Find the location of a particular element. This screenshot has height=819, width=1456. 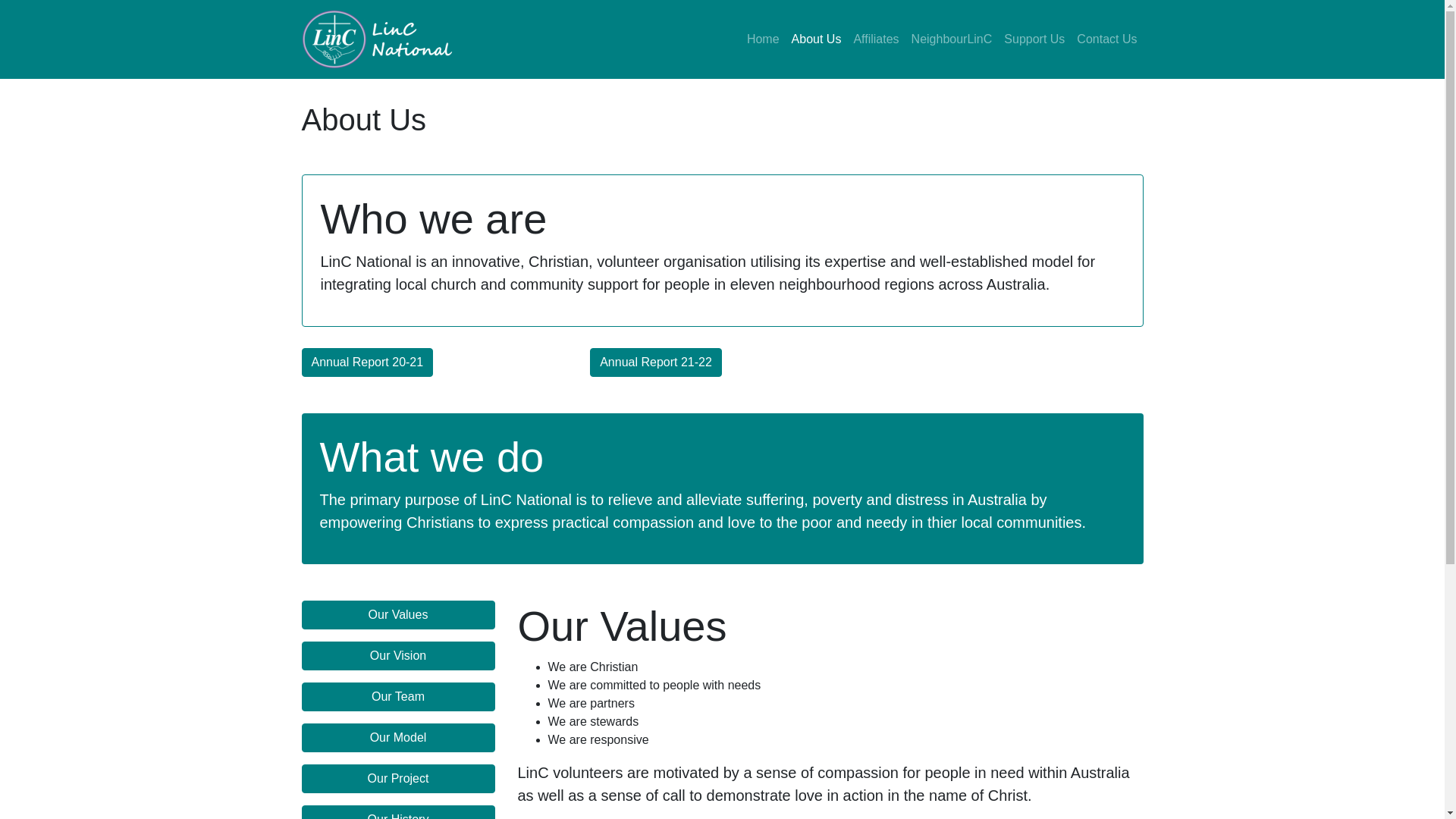

'Annual Report 20-21' is located at coordinates (367, 362).